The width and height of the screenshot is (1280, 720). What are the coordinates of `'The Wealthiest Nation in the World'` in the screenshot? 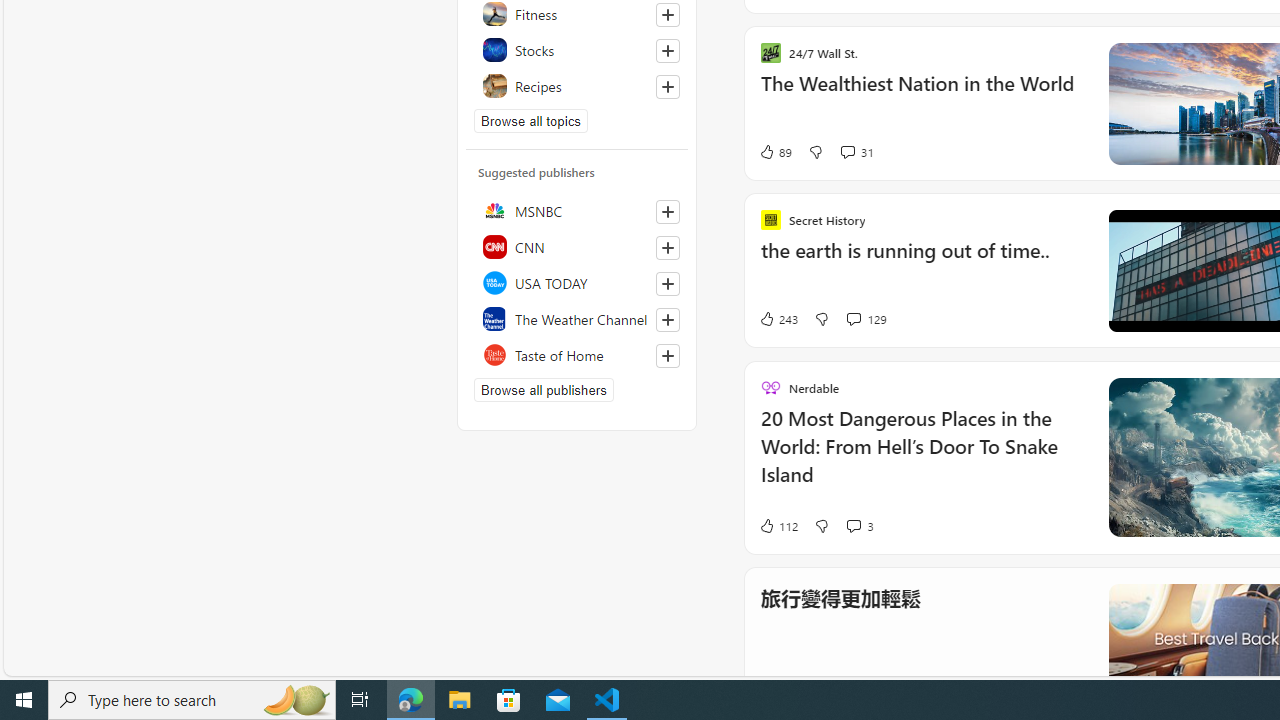 It's located at (921, 93).